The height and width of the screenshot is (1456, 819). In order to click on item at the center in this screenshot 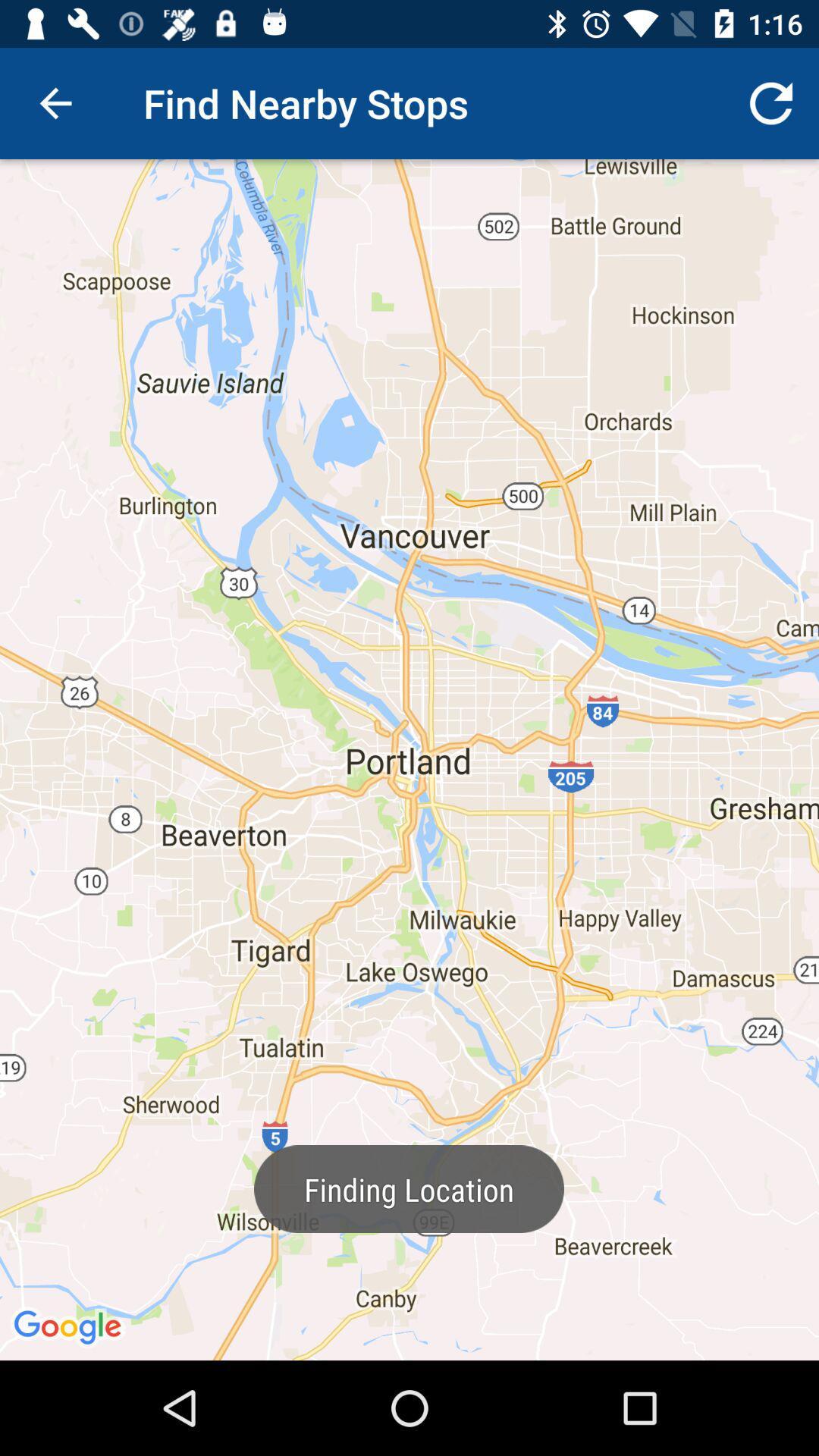, I will do `click(409, 760)`.